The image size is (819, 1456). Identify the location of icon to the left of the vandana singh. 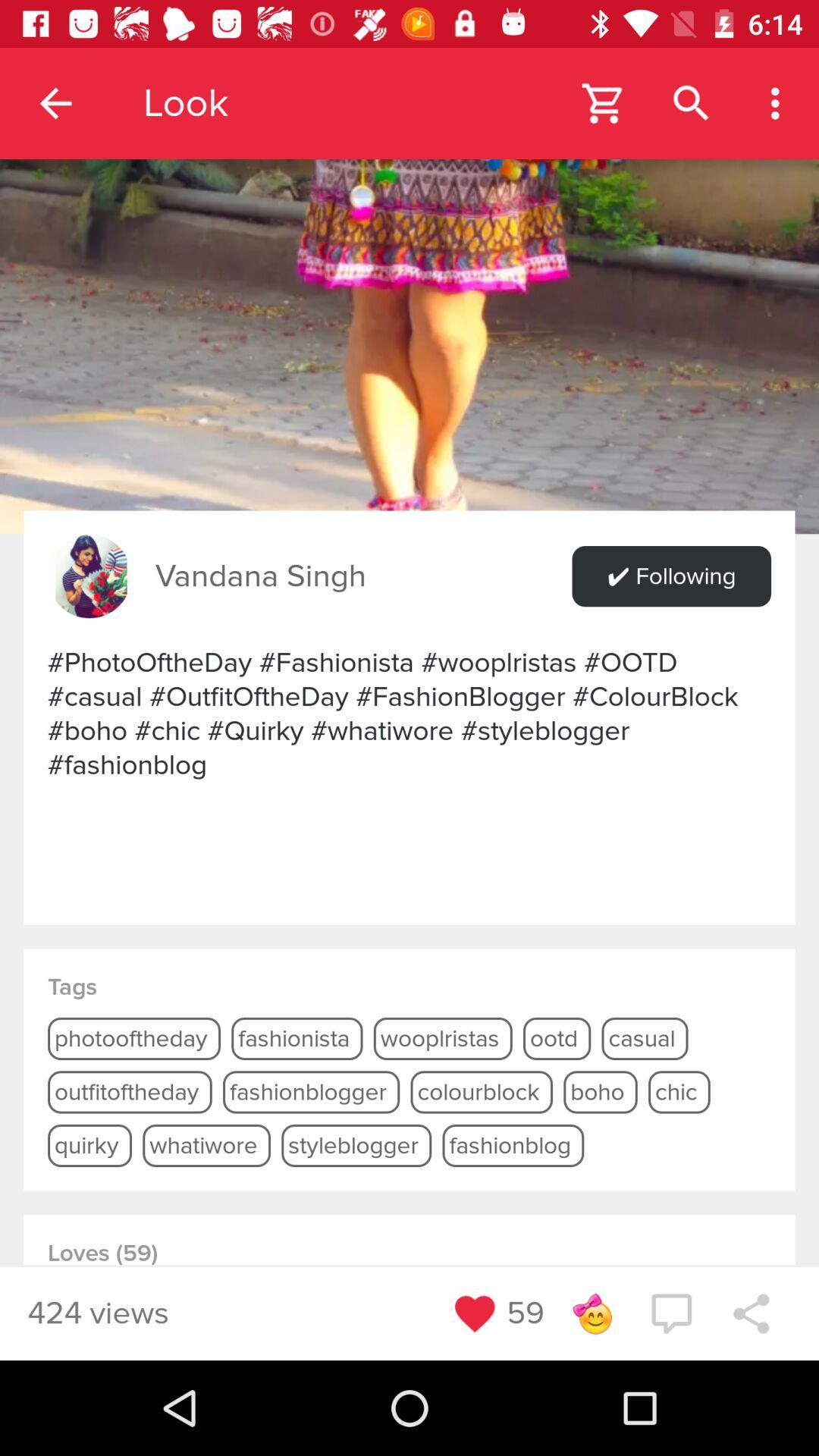
(89, 576).